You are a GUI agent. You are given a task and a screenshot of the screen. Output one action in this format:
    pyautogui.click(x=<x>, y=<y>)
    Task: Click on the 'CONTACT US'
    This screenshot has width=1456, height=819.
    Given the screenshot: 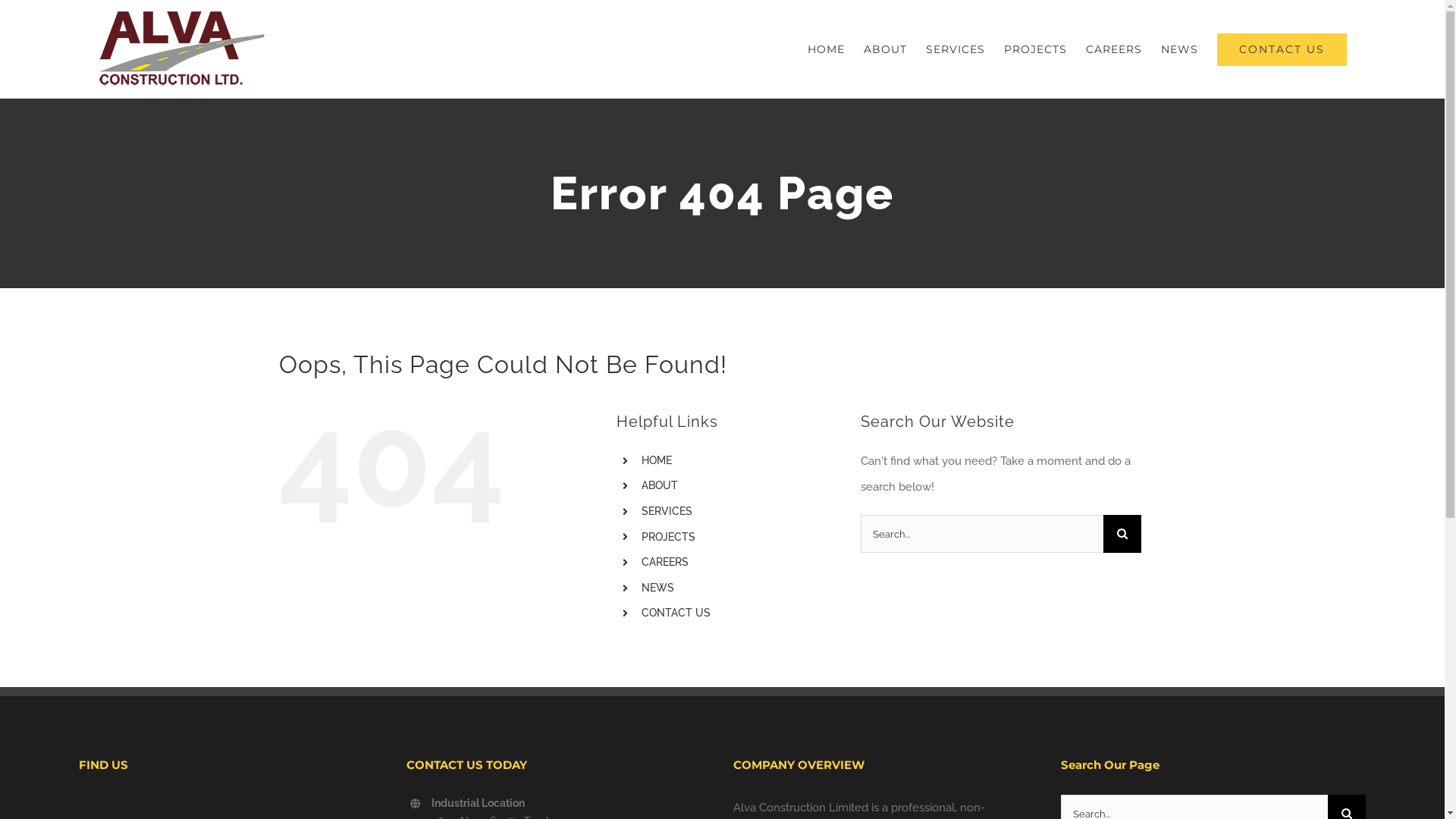 What is the action you would take?
    pyautogui.click(x=1281, y=49)
    